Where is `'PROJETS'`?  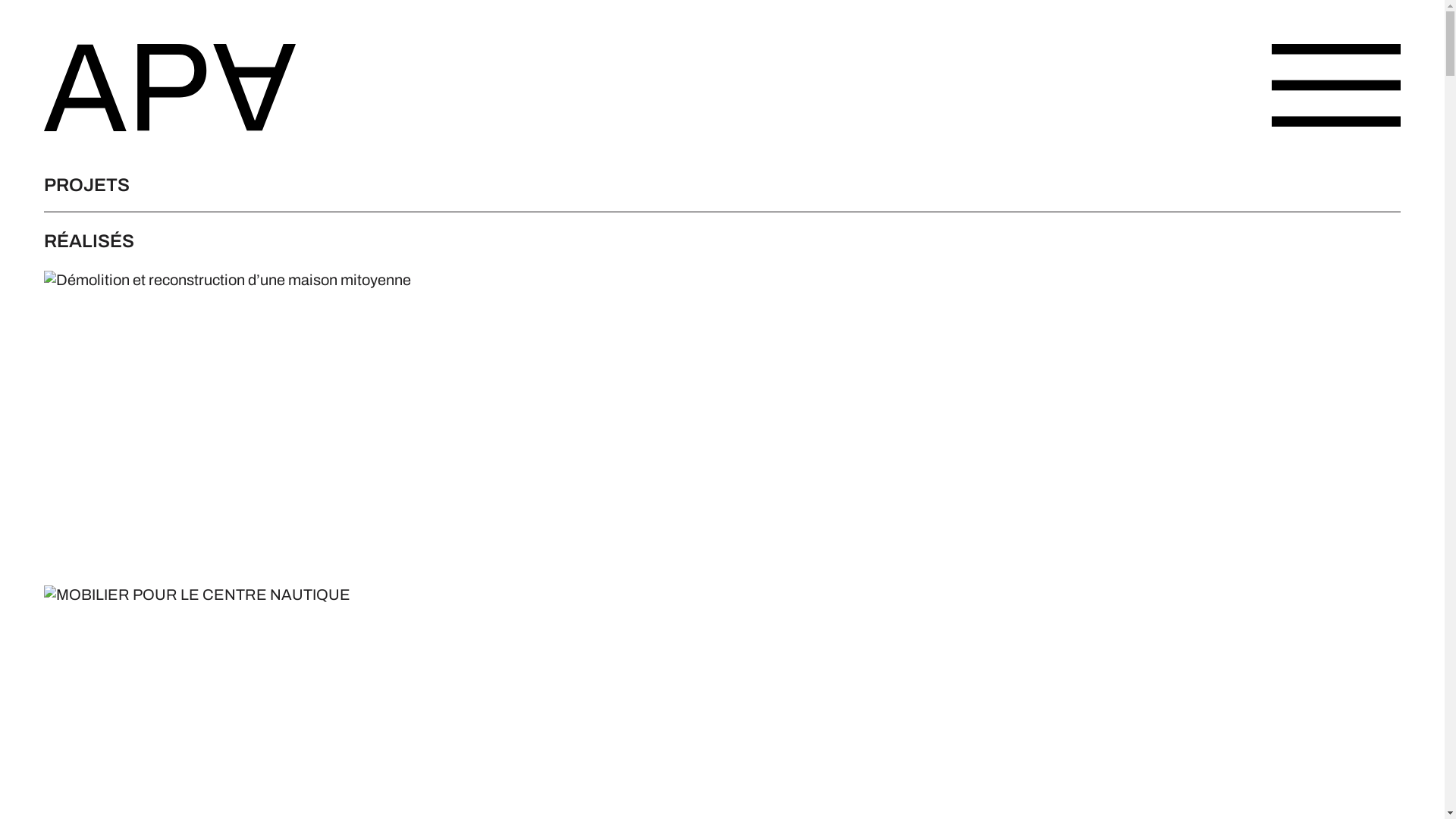
'PROJETS' is located at coordinates (43, 184).